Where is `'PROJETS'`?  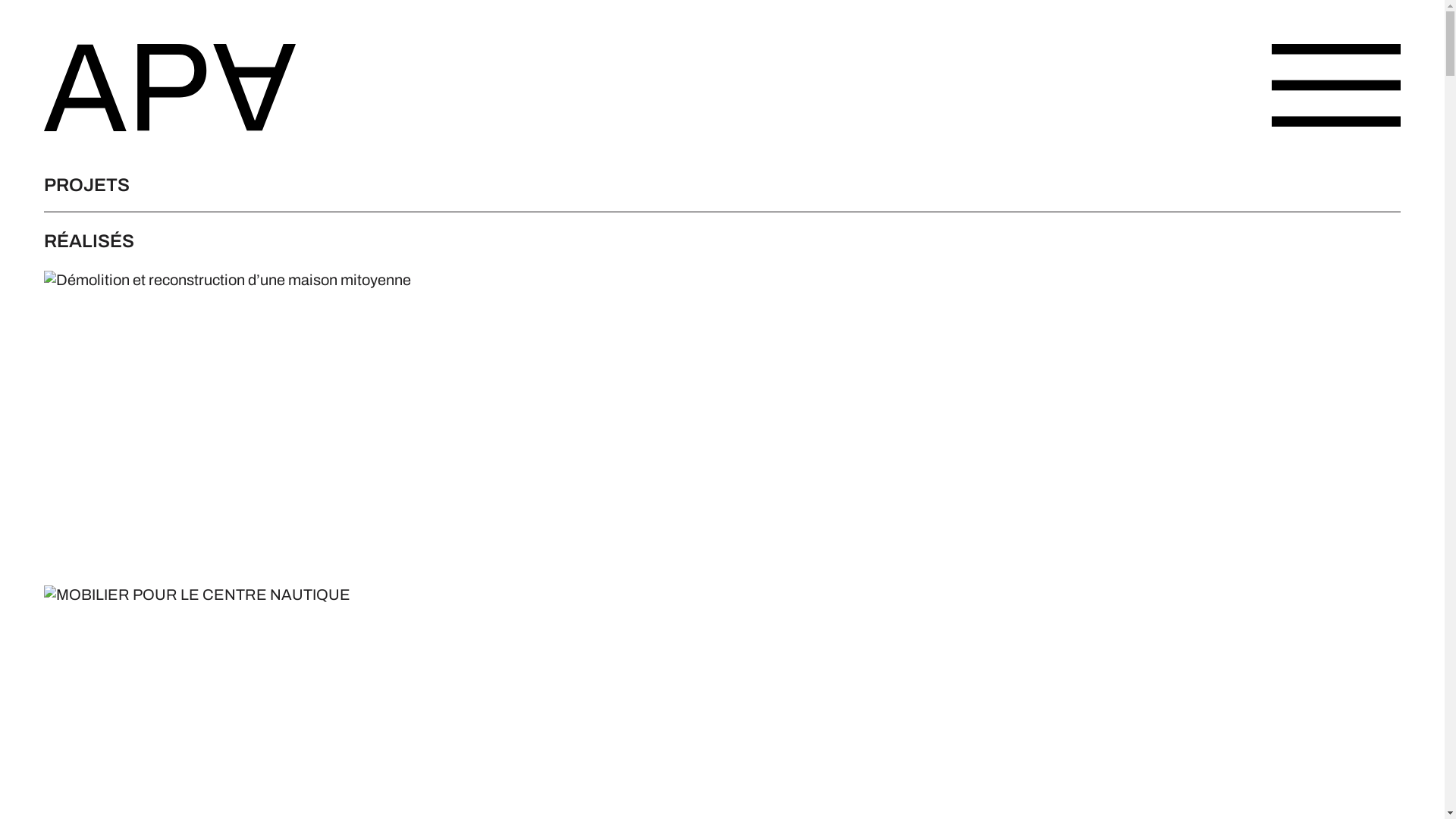
'PROJETS' is located at coordinates (43, 184).